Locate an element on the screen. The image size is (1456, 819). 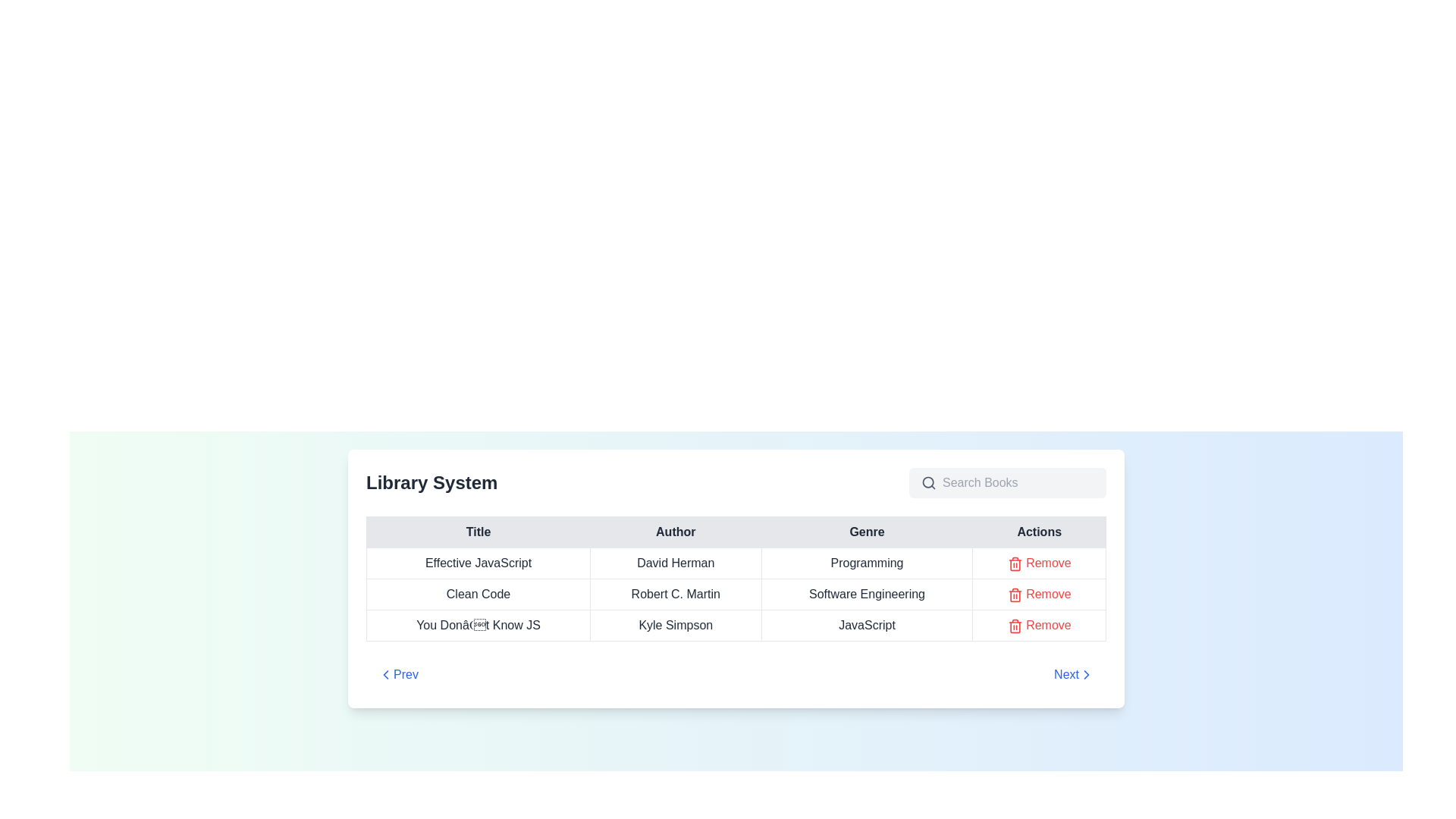
the text label displaying the author's name 'Kyle Simpson', located in the second column under the 'Author' header for the book 'You Don’t Know JS' is located at coordinates (675, 626).